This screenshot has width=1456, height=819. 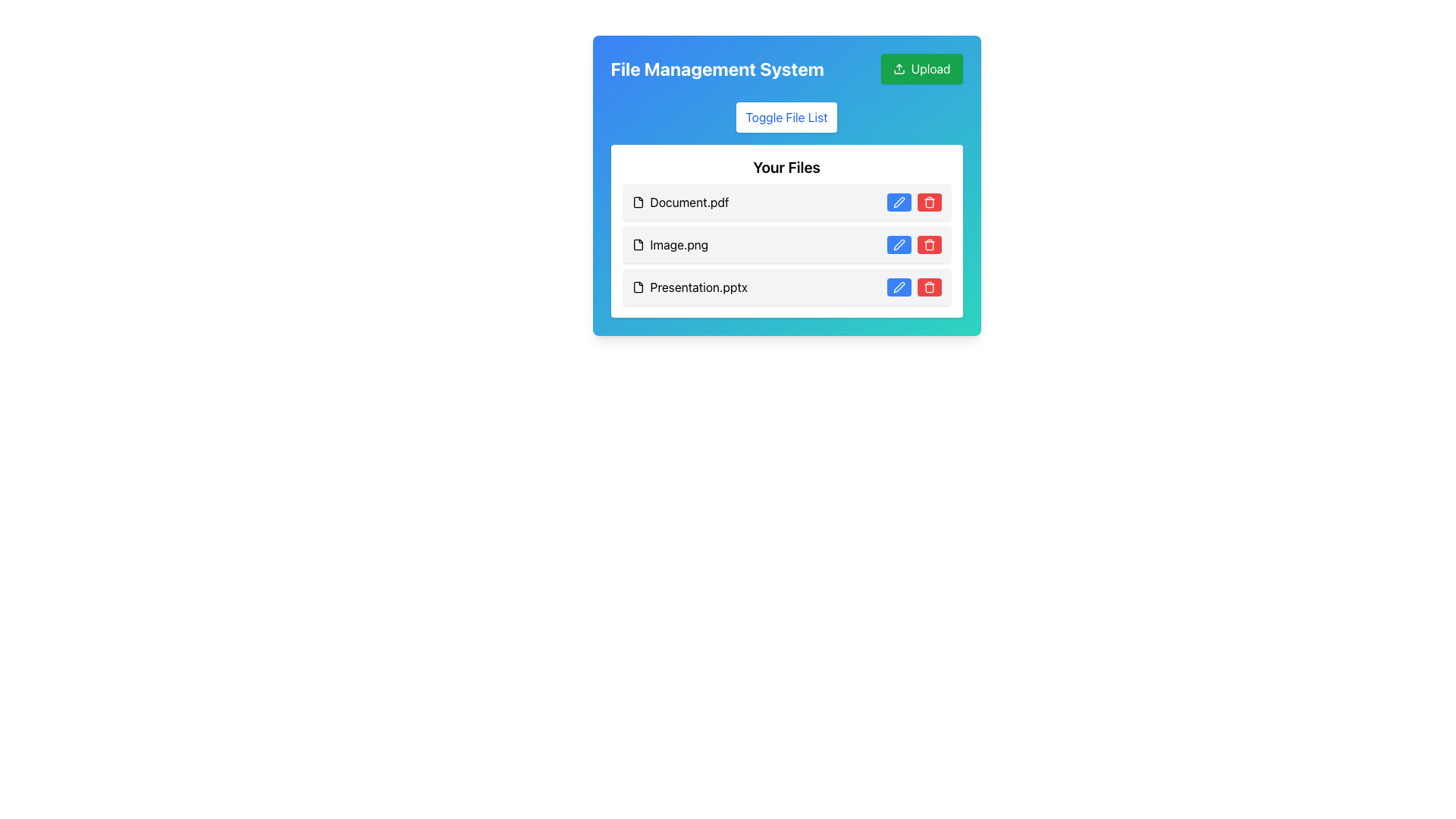 I want to click on the 'Toggle File List' button, which has a white background, blue text, and a rounded border, so click(x=786, y=116).